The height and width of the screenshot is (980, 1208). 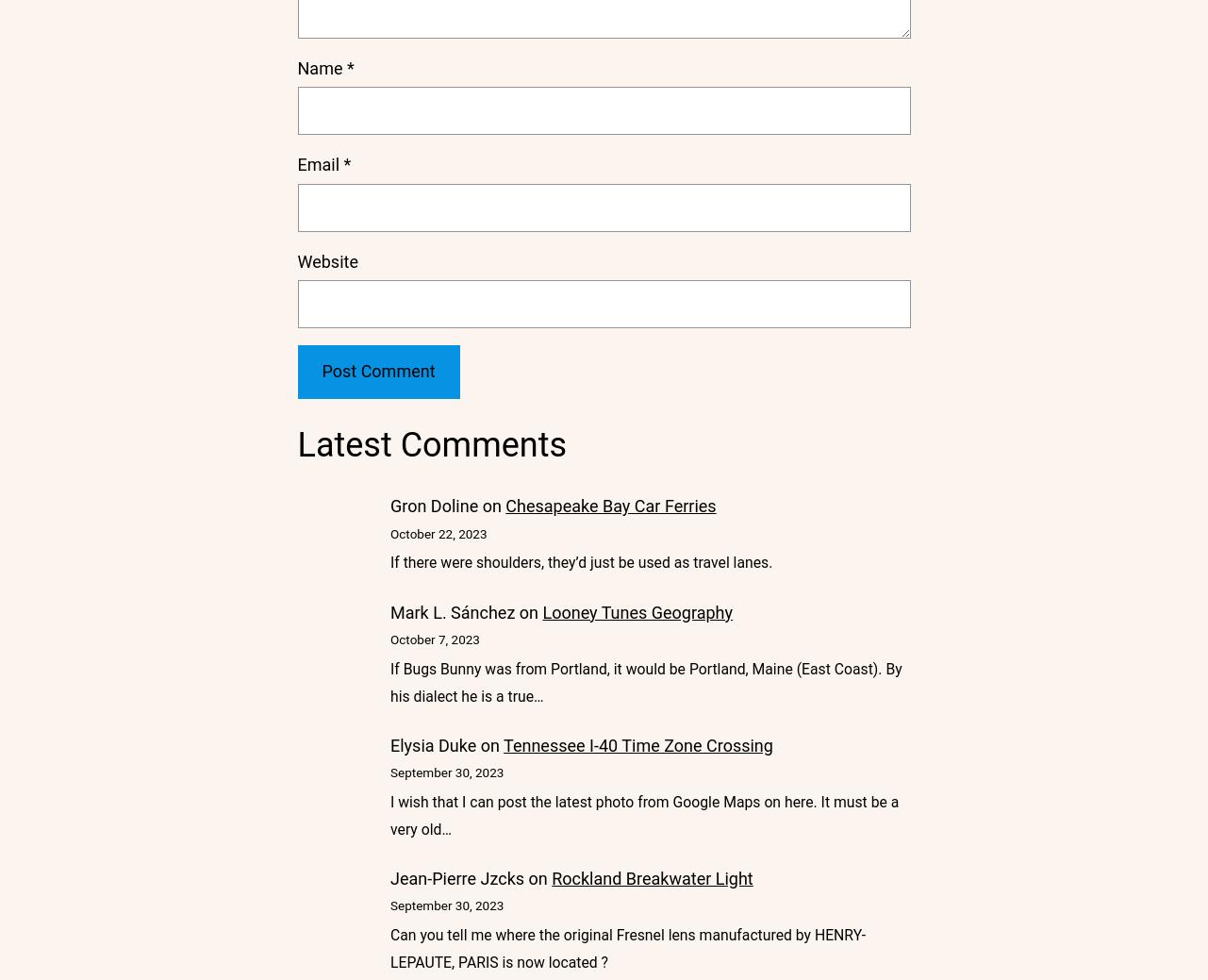 I want to click on 'If Bugs Bunny was from Portland, it would be Portland, Maine (East Coast). By his dialect he is a true…', so click(x=644, y=681).